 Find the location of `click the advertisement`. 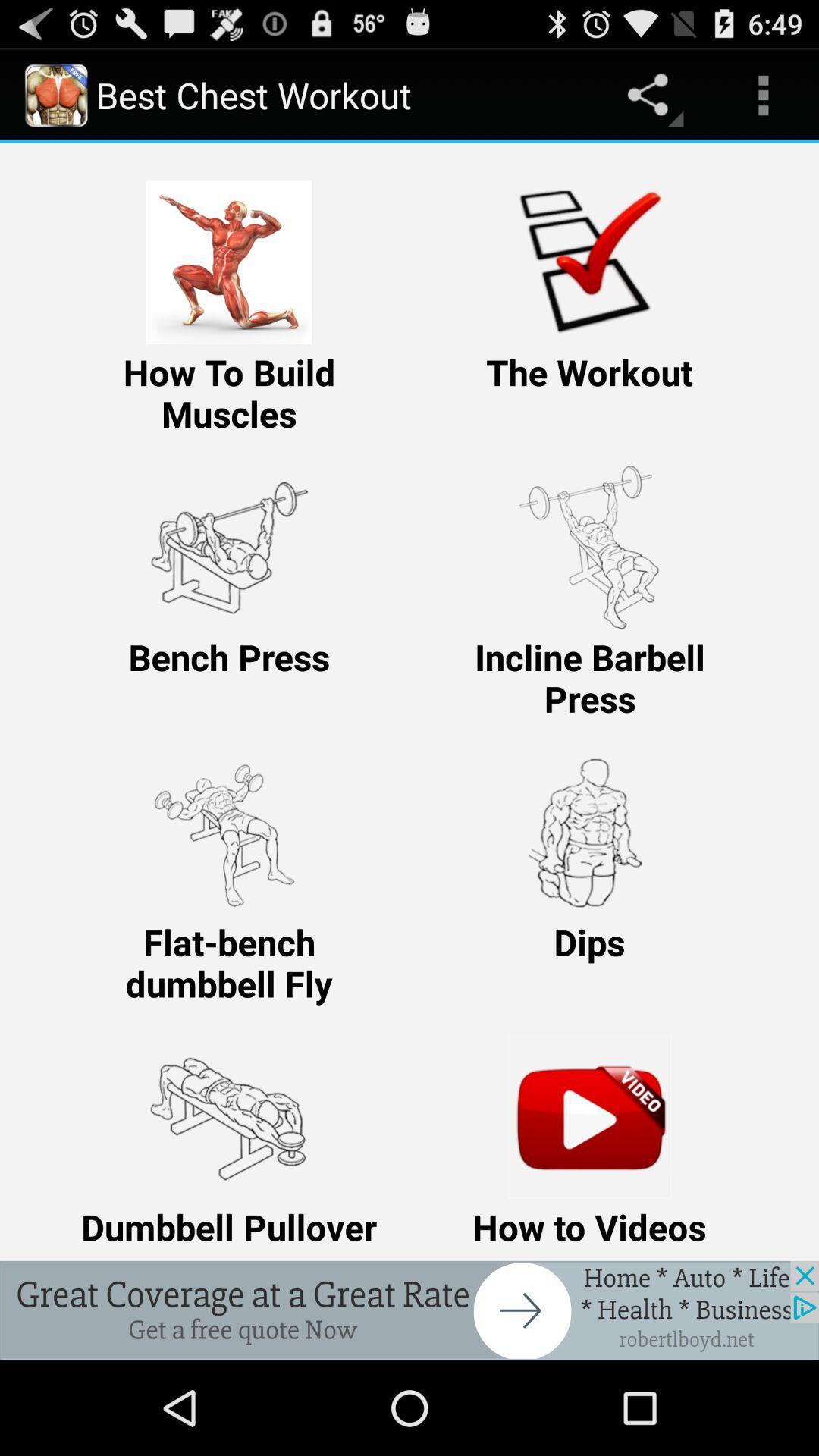

click the advertisement is located at coordinates (409, 1310).